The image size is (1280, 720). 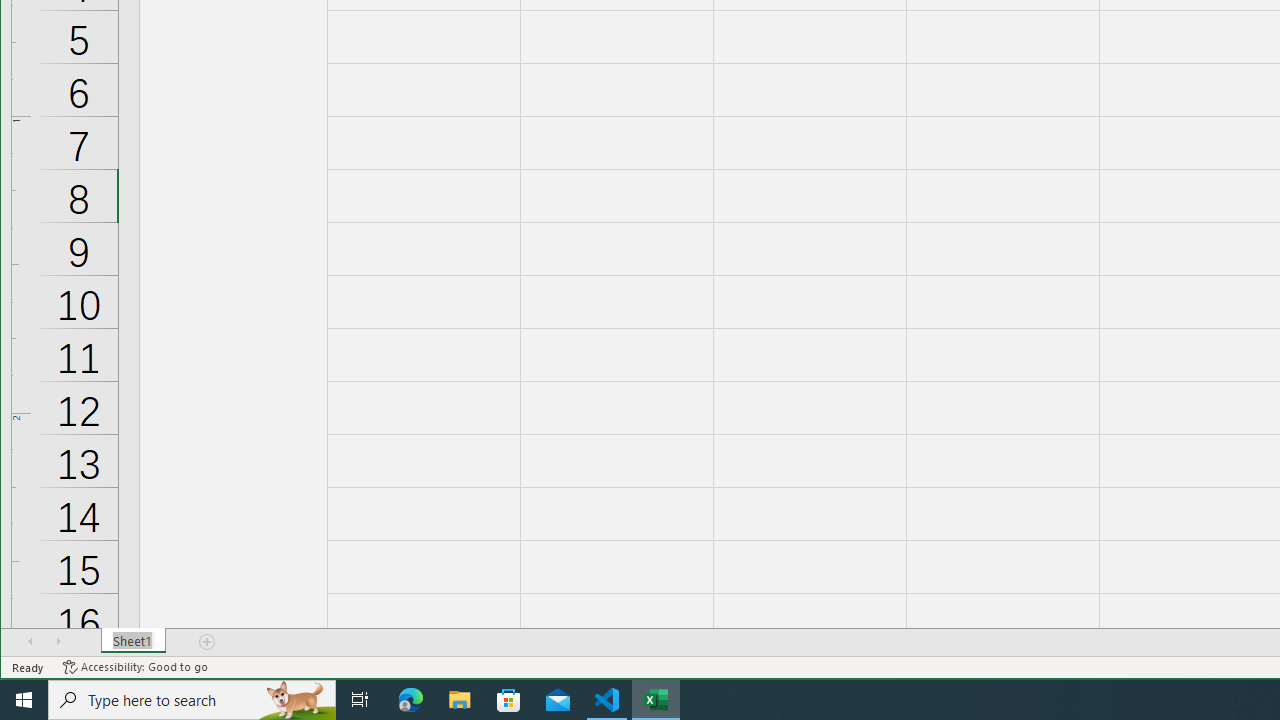 I want to click on 'Start', so click(x=24, y=698).